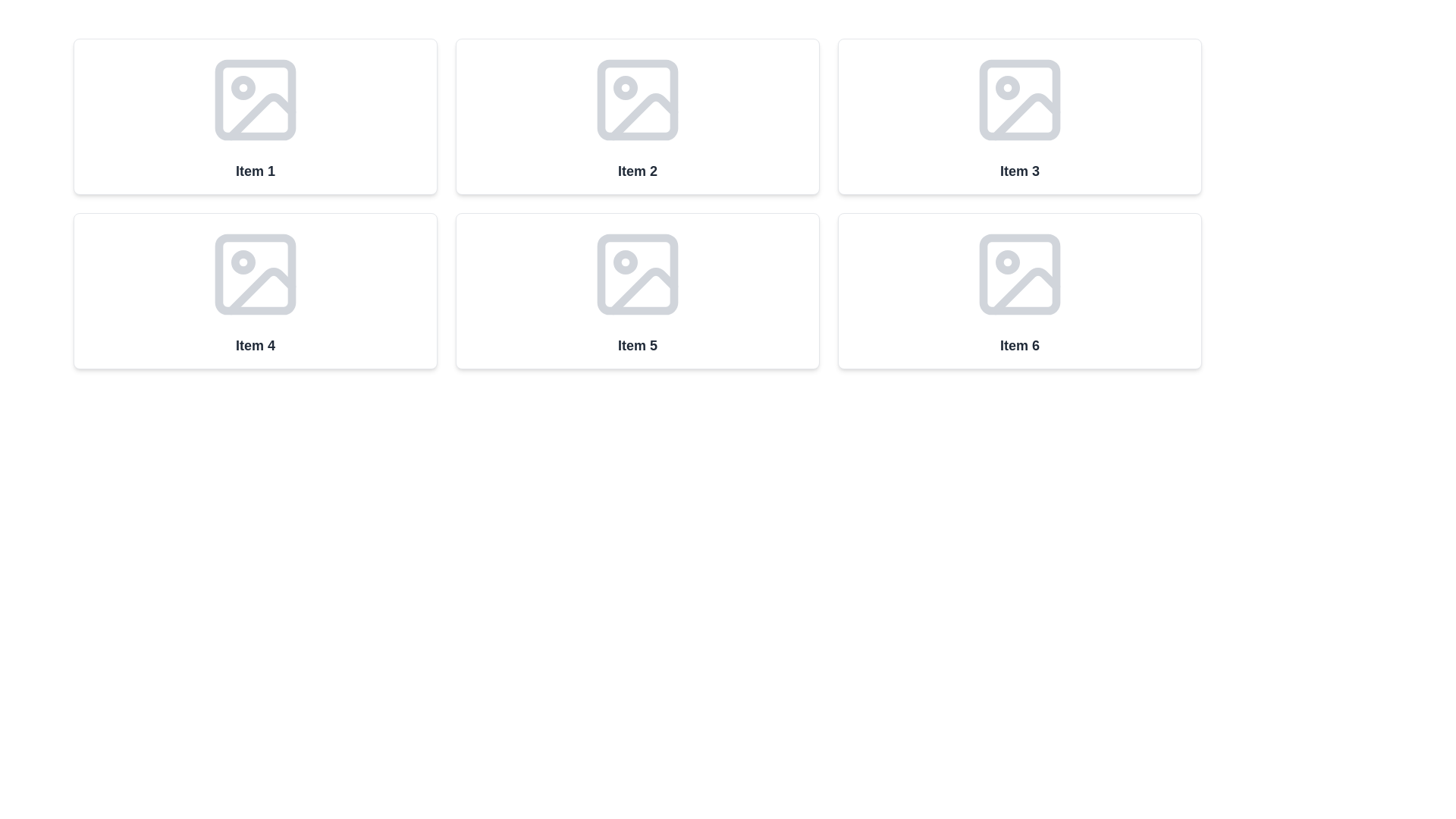 Image resolution: width=1456 pixels, height=819 pixels. What do you see at coordinates (255, 99) in the screenshot?
I see `the highlighted rectangular area inside the thumbnail image labeled 'Item 1' in the top-left corner of the grid layout` at bounding box center [255, 99].